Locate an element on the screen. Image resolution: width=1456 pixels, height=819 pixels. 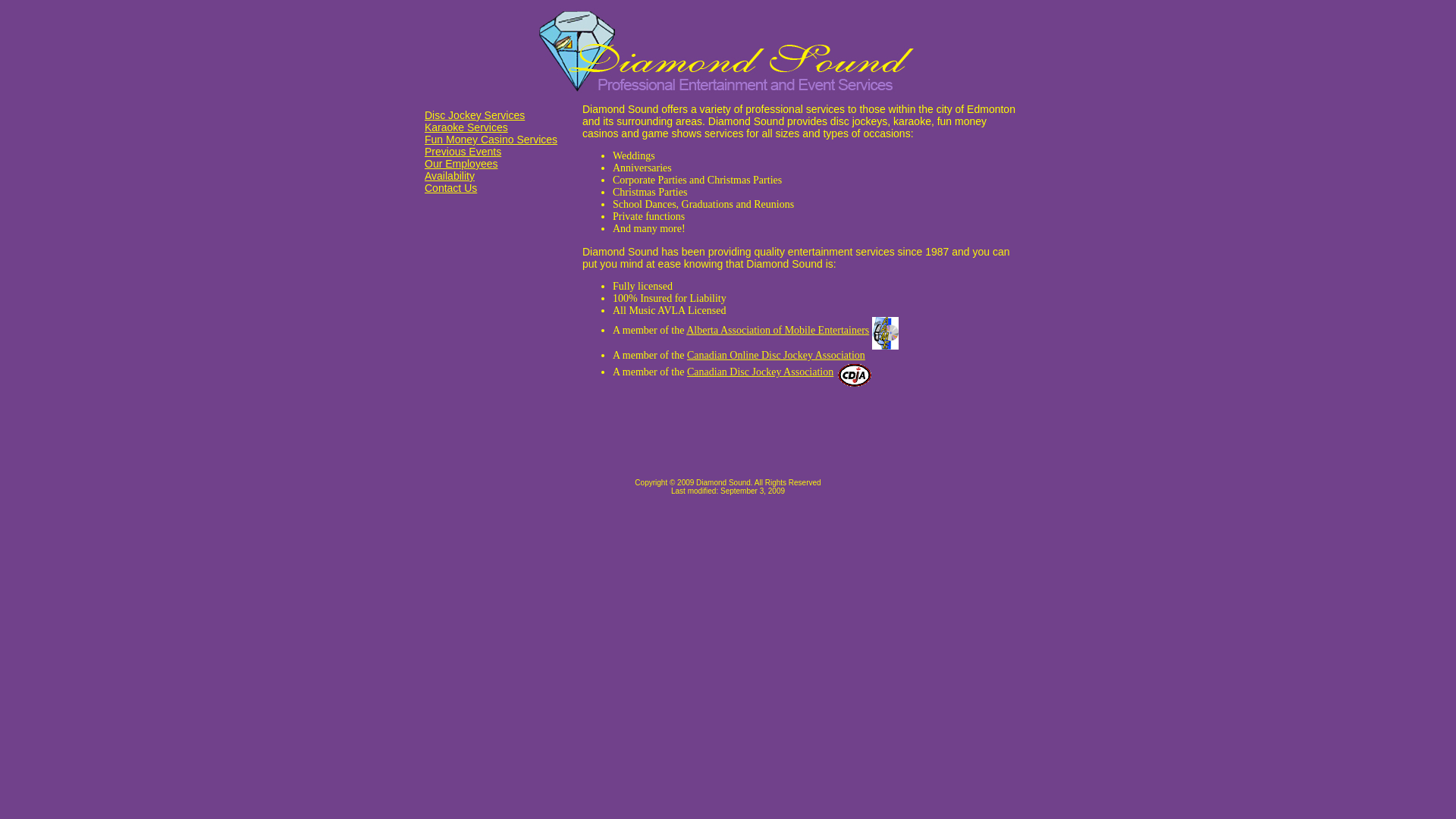
'Contact Us' is located at coordinates (450, 187).